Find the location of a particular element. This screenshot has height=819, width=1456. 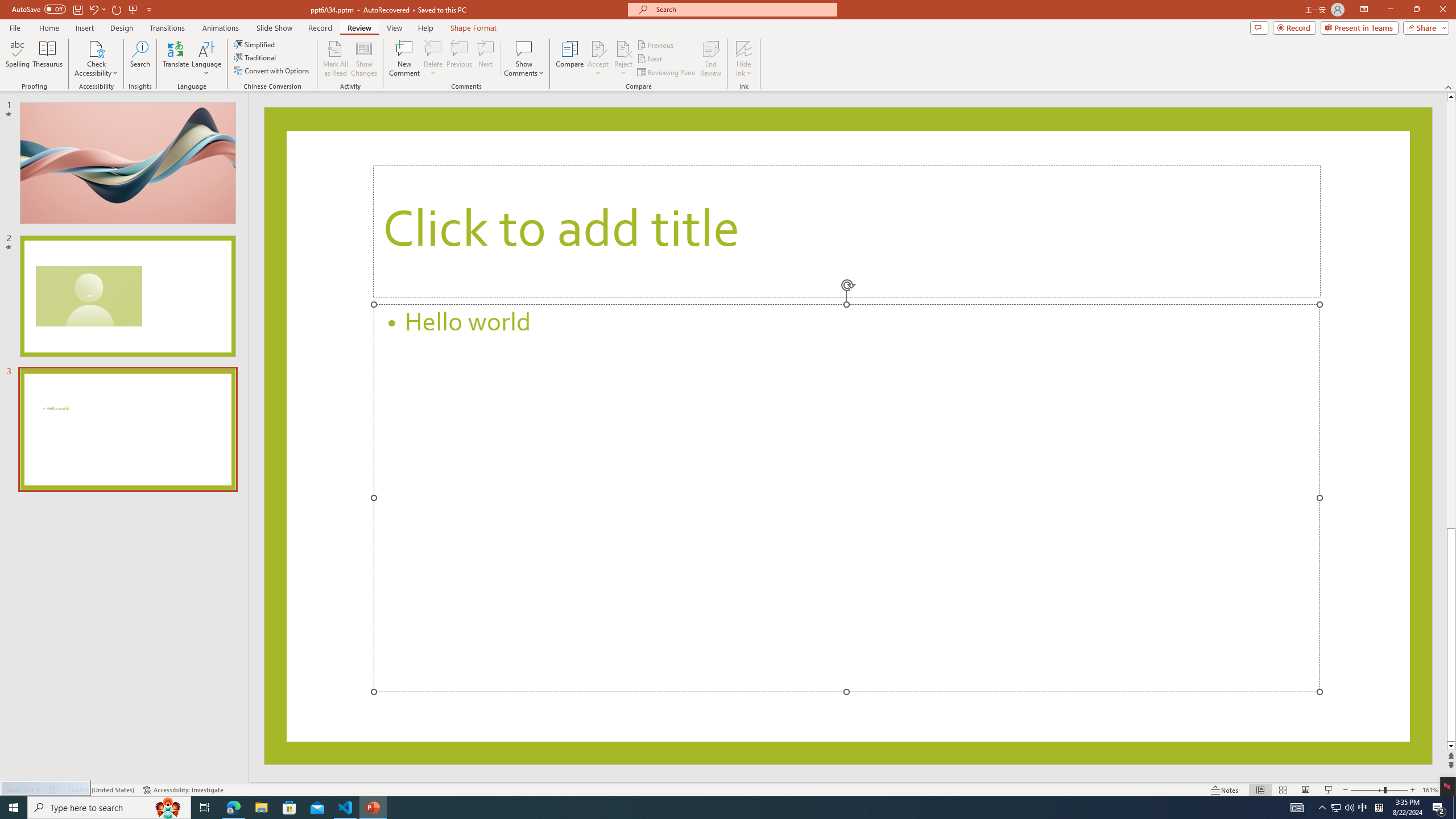

'Notes ' is located at coordinates (1225, 790).